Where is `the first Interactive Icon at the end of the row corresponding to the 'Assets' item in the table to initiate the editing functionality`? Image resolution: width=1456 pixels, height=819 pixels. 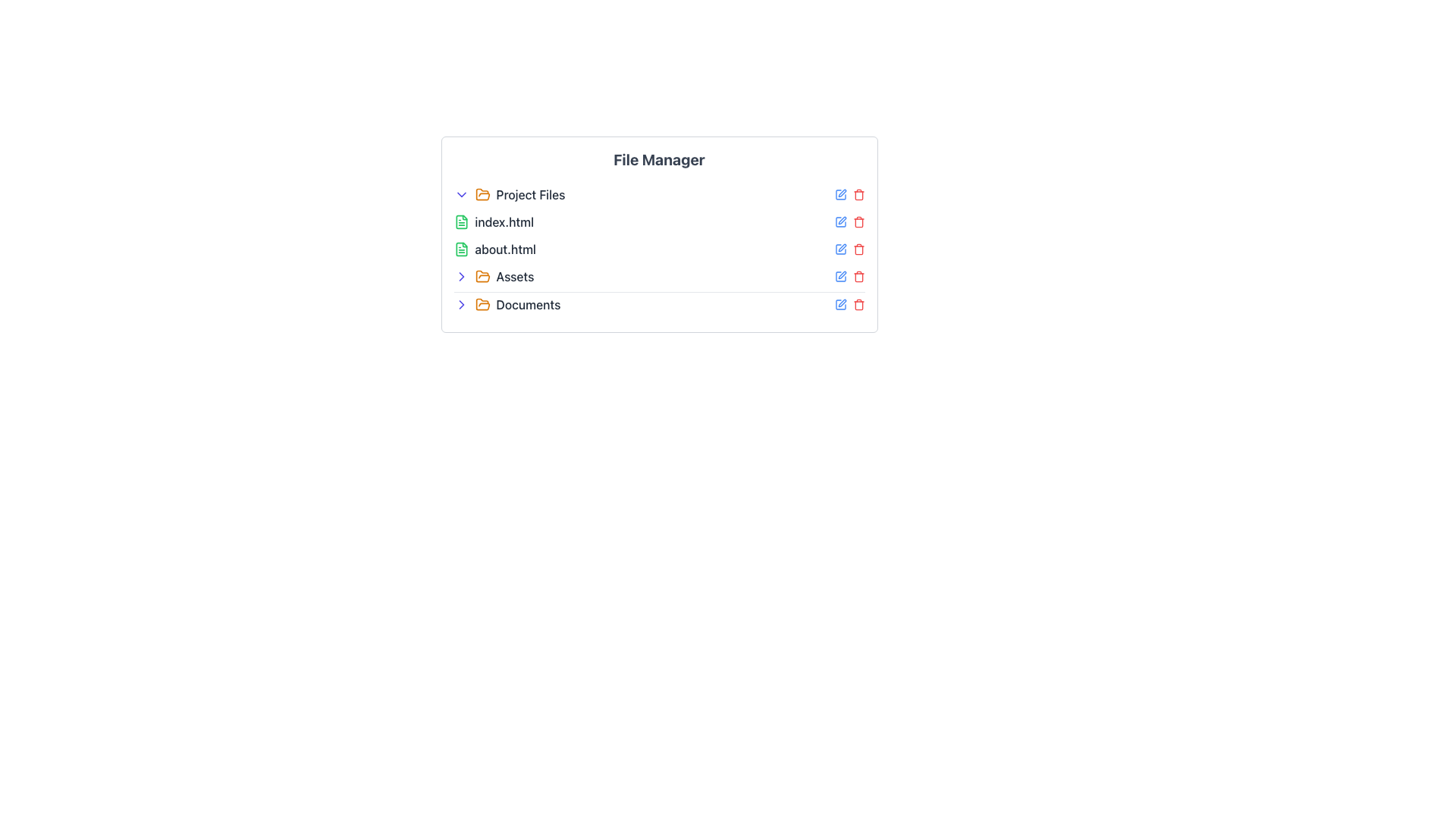 the first Interactive Icon at the end of the row corresponding to the 'Assets' item in the table to initiate the editing functionality is located at coordinates (839, 277).